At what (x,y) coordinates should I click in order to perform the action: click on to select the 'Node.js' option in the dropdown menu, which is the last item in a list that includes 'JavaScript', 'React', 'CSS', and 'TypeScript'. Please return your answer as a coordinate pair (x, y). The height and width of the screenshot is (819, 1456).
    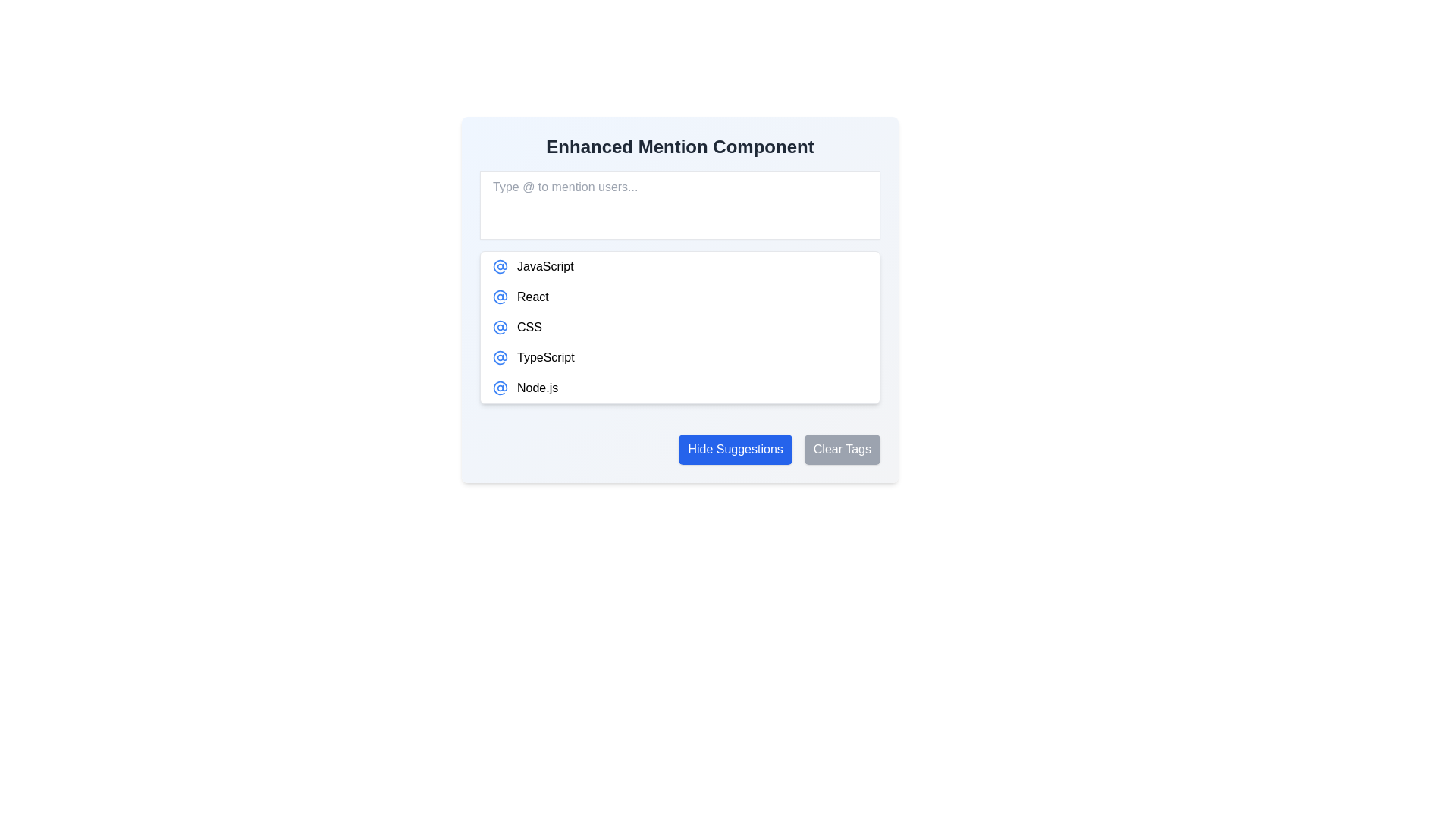
    Looking at the image, I should click on (679, 388).